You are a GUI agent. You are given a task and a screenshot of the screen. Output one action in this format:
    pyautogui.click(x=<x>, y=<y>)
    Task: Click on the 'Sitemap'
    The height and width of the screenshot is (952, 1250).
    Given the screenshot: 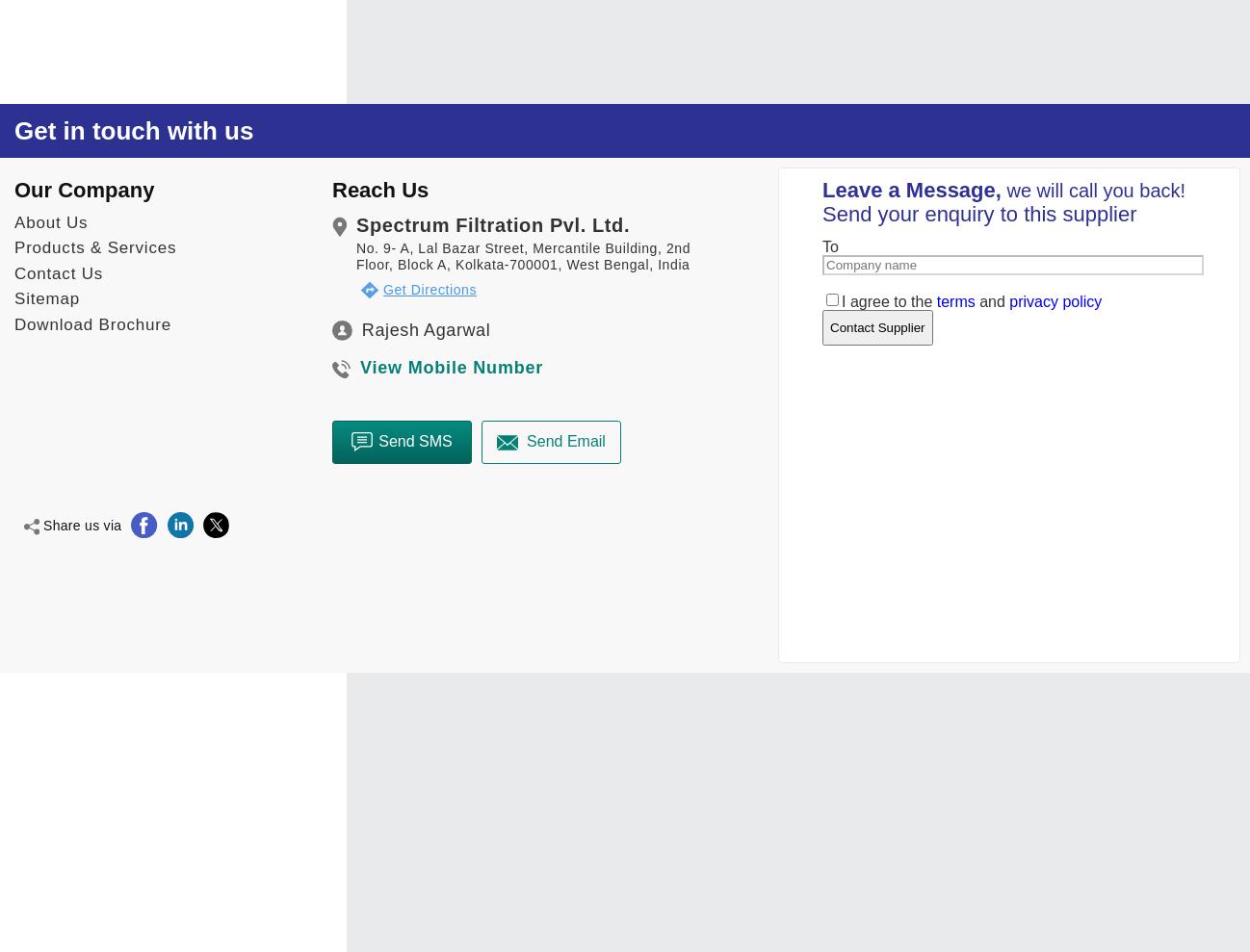 What is the action you would take?
    pyautogui.click(x=13, y=298)
    